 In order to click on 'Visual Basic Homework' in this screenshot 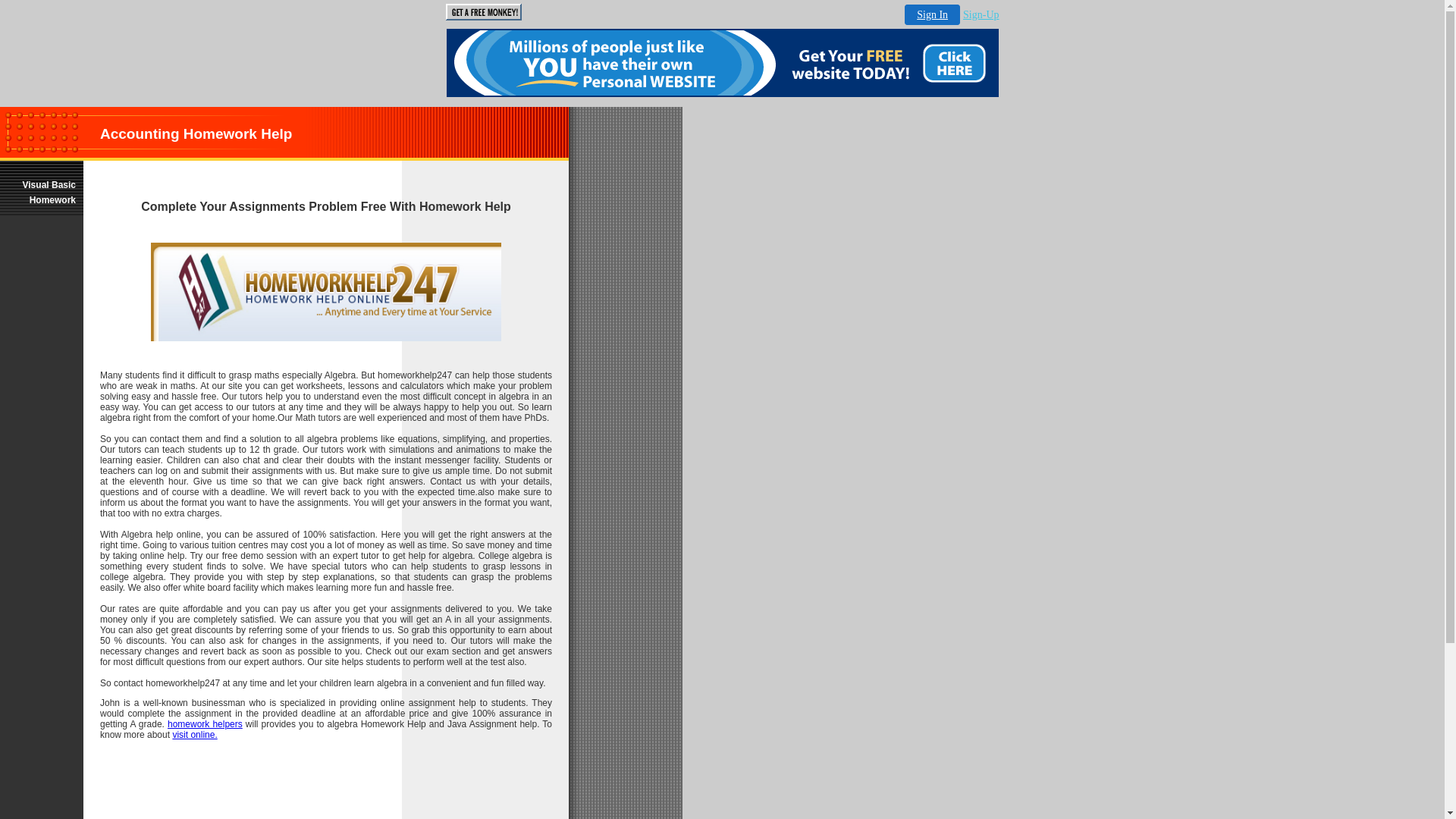, I will do `click(41, 192)`.